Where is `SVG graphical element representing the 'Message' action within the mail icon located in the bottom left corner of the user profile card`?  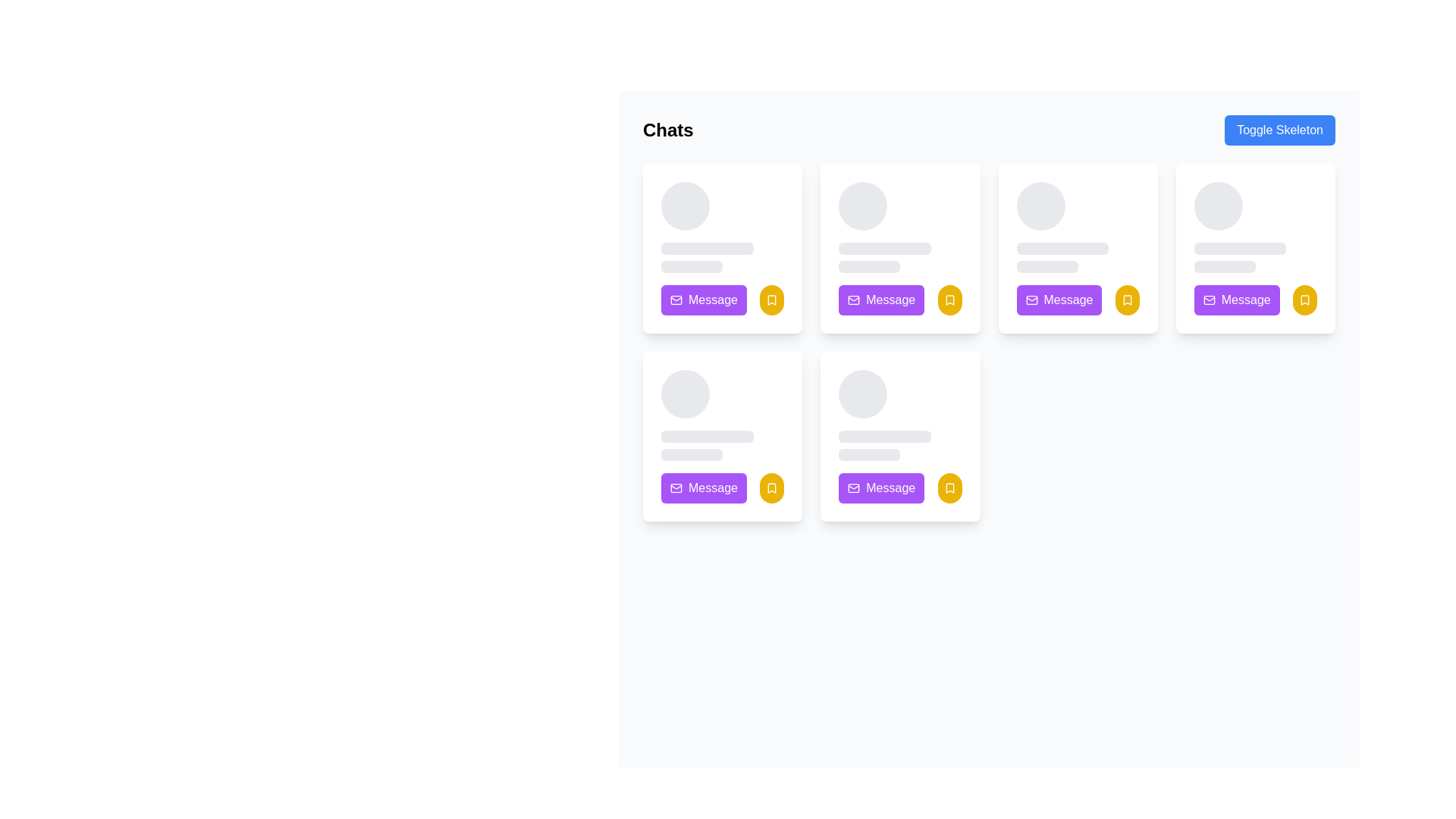
SVG graphical element representing the 'Message' action within the mail icon located in the bottom left corner of the user profile card is located at coordinates (854, 488).